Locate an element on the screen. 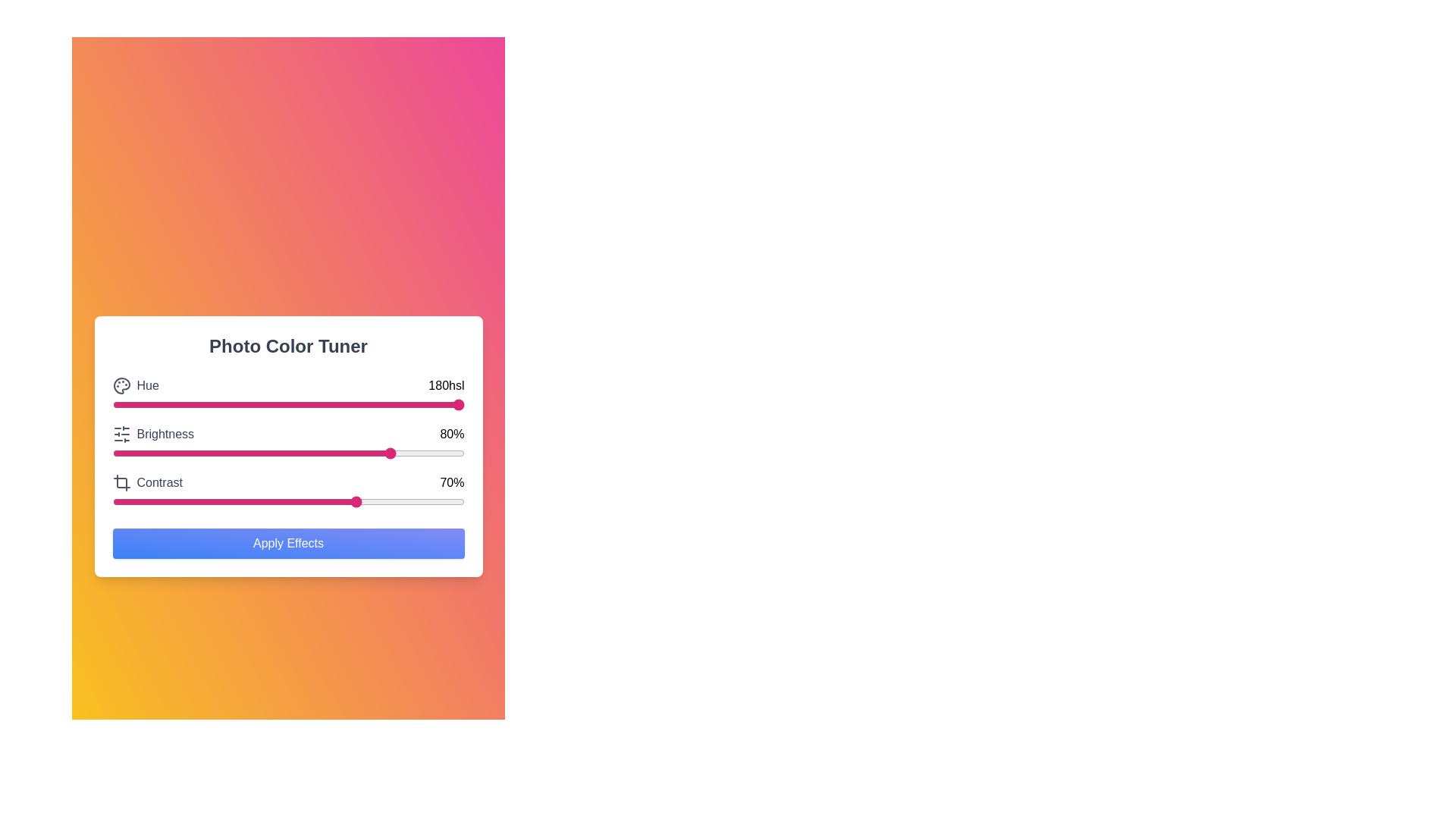 This screenshot has width=1456, height=819. the hue slider to set the hue value to 40 is located at coordinates (253, 403).